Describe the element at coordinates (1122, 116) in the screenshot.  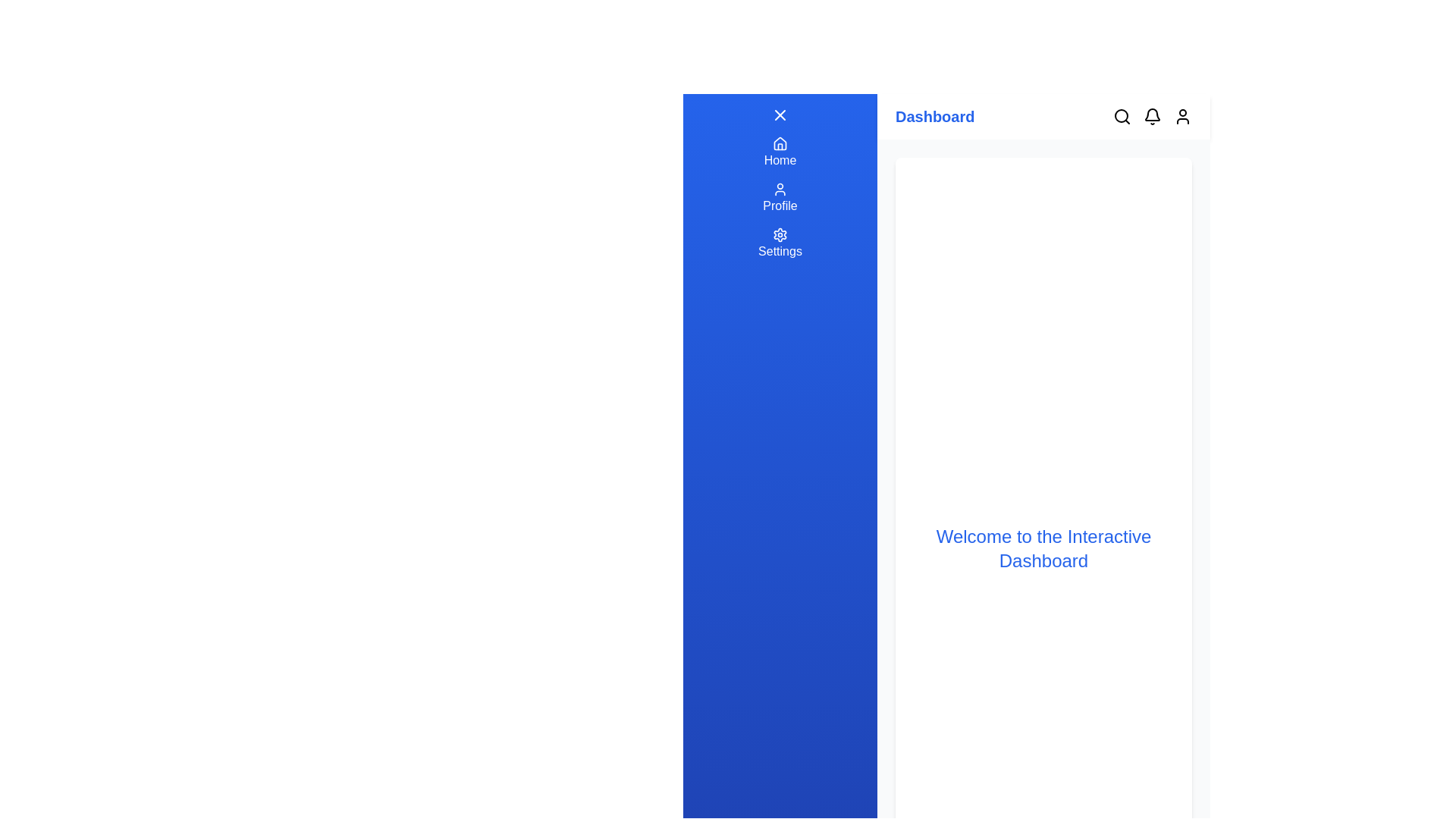
I see `the magnifying glass icon located at the top-right corner of the interface` at that location.